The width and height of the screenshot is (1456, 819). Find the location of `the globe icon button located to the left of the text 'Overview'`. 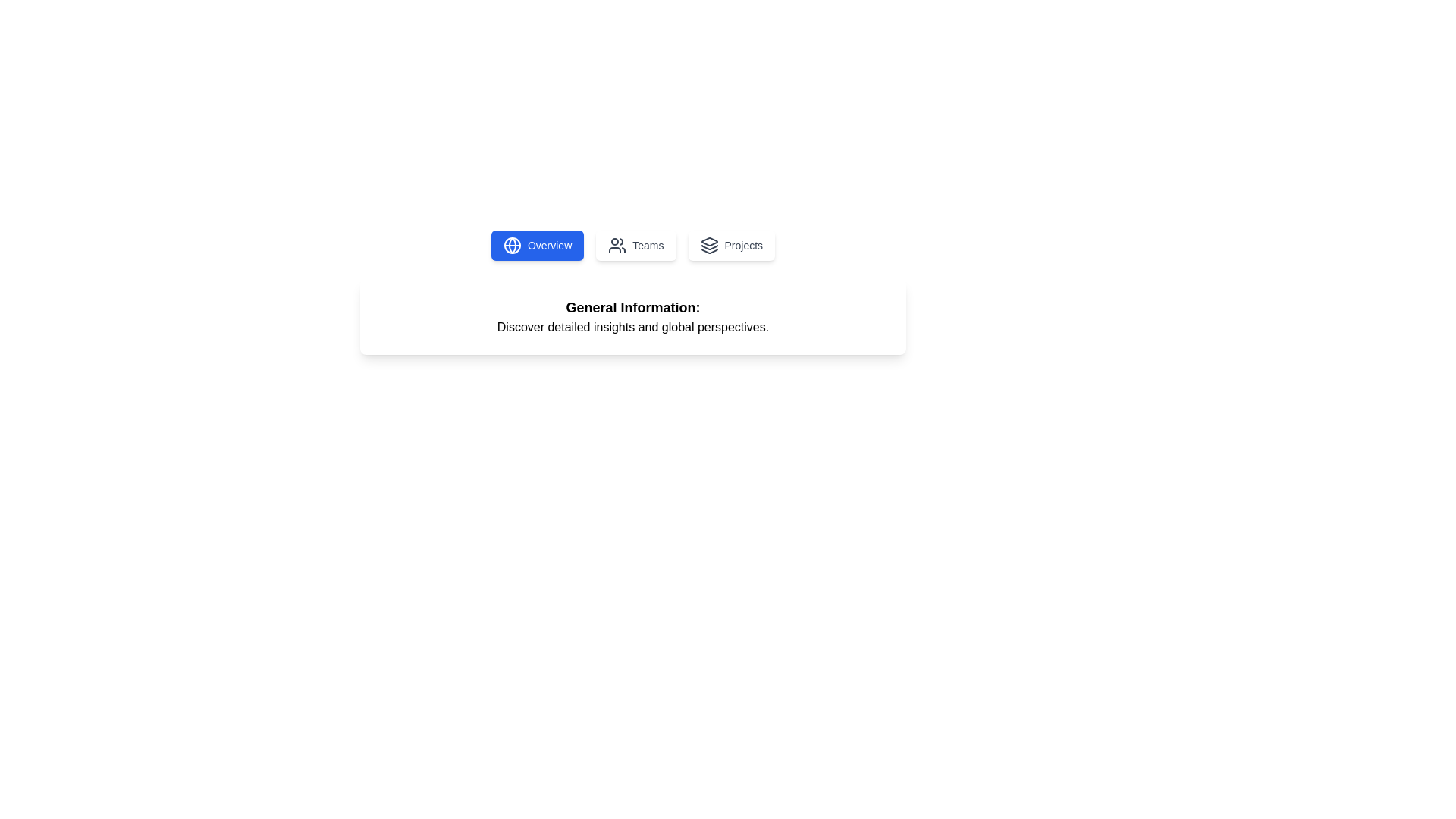

the globe icon button located to the left of the text 'Overview' is located at coordinates (512, 245).